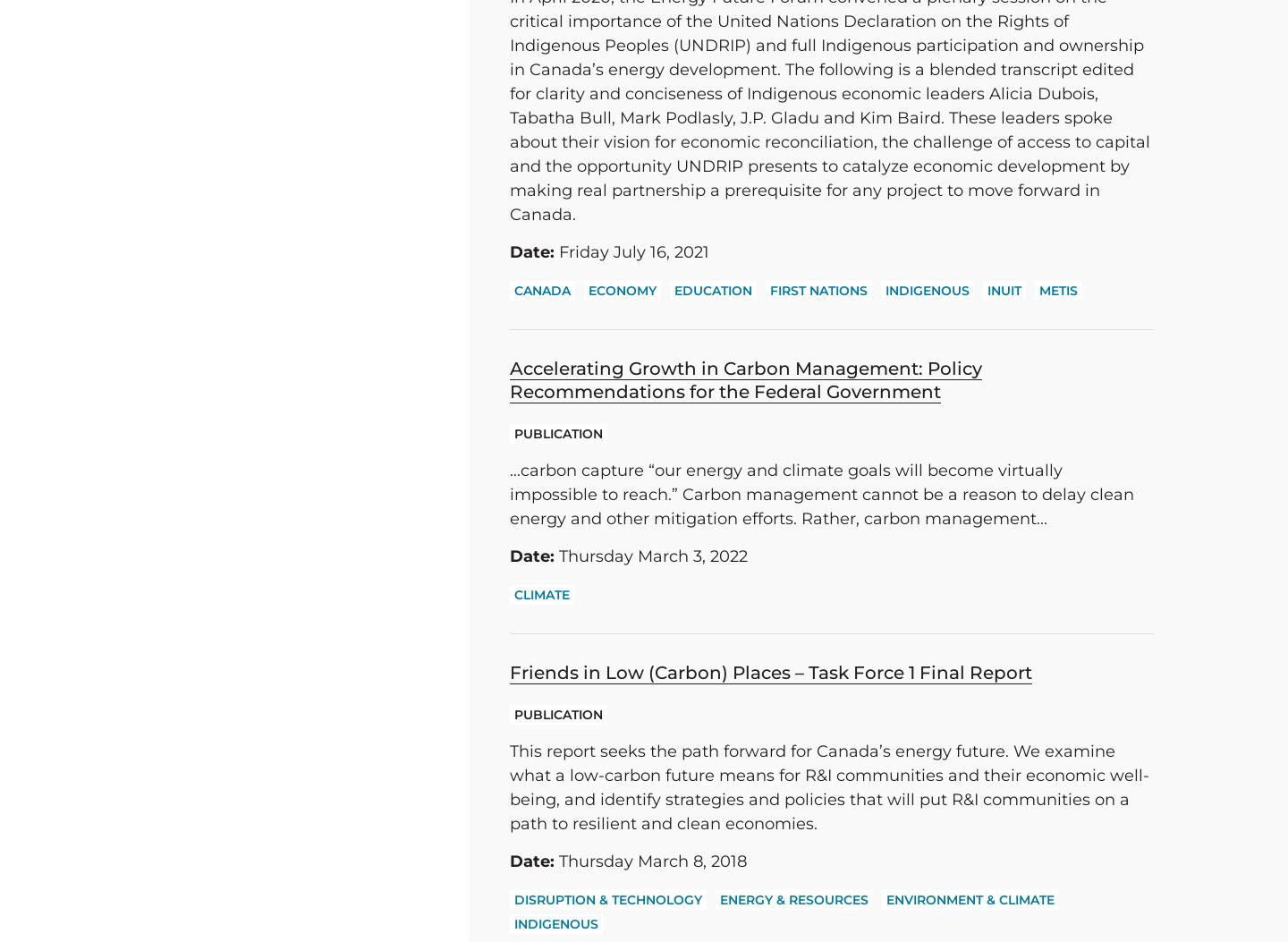 The height and width of the screenshot is (942, 1288). What do you see at coordinates (554, 556) in the screenshot?
I see `'Thursday March 3, 2022'` at bounding box center [554, 556].